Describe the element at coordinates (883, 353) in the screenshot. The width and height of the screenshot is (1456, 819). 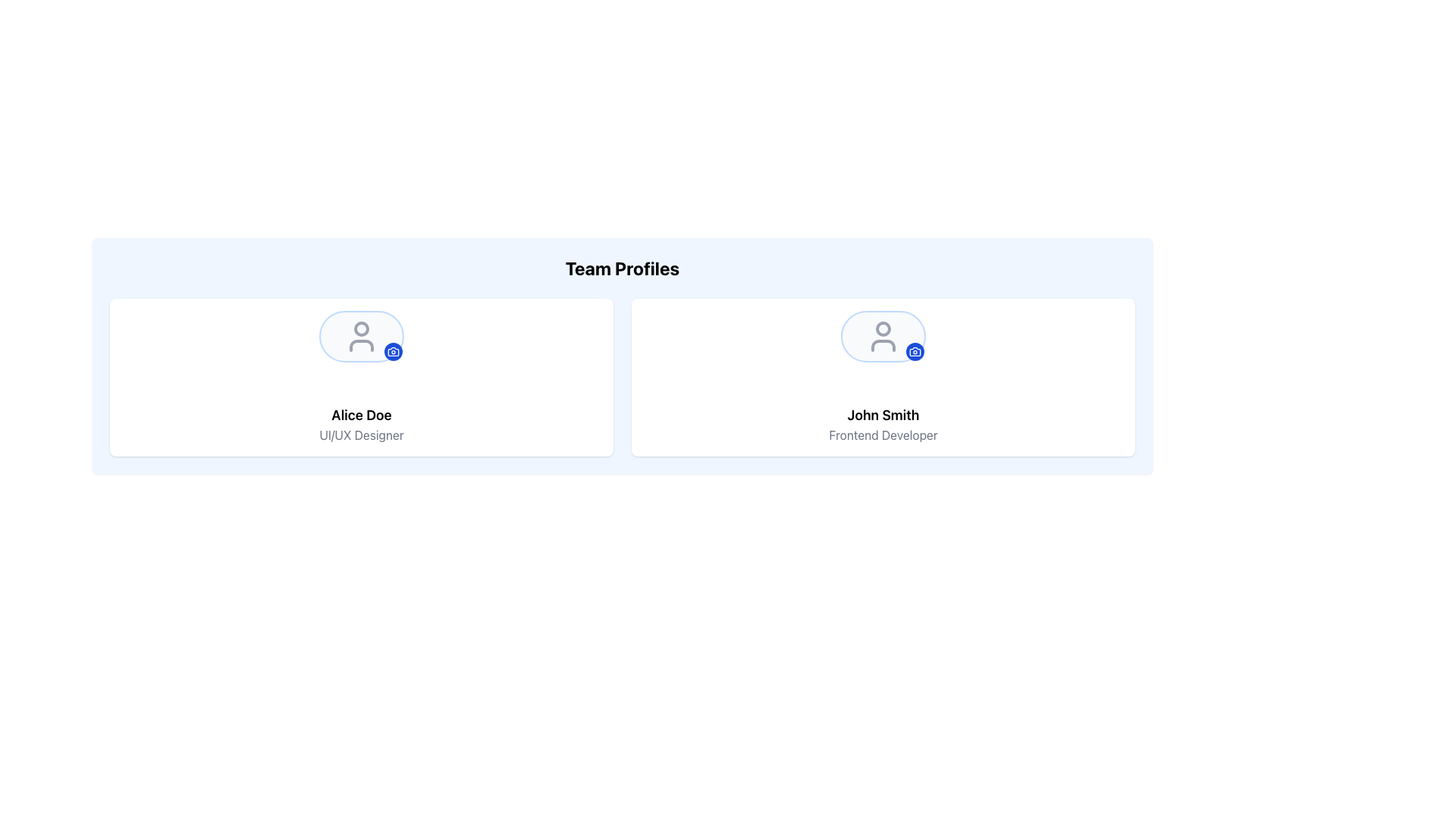
I see `the profile avatar placeholder for 'John Smith'` at that location.